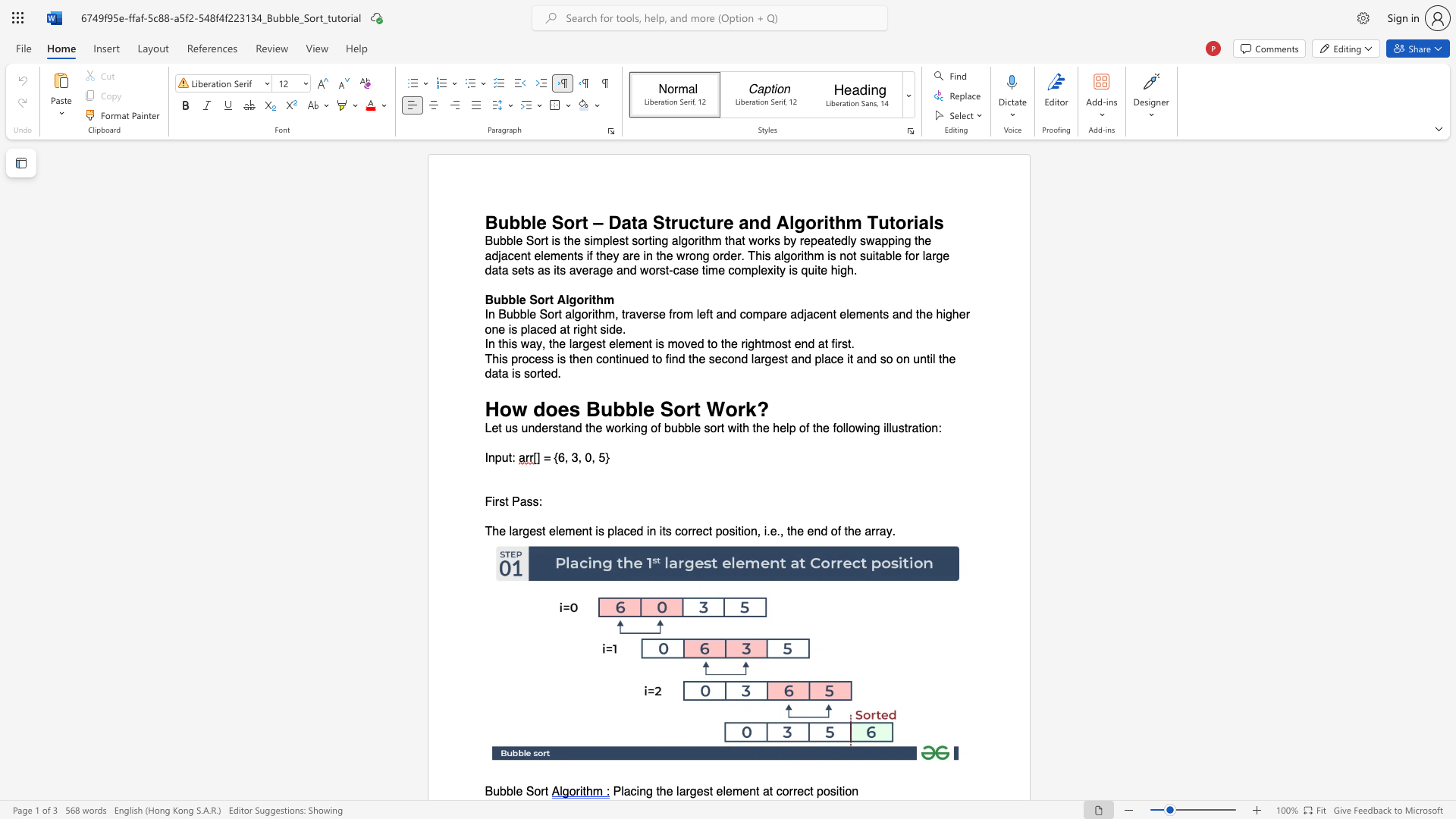 This screenshot has width=1456, height=819. What do you see at coordinates (510, 791) in the screenshot?
I see `the 2th character "b" in the text` at bounding box center [510, 791].